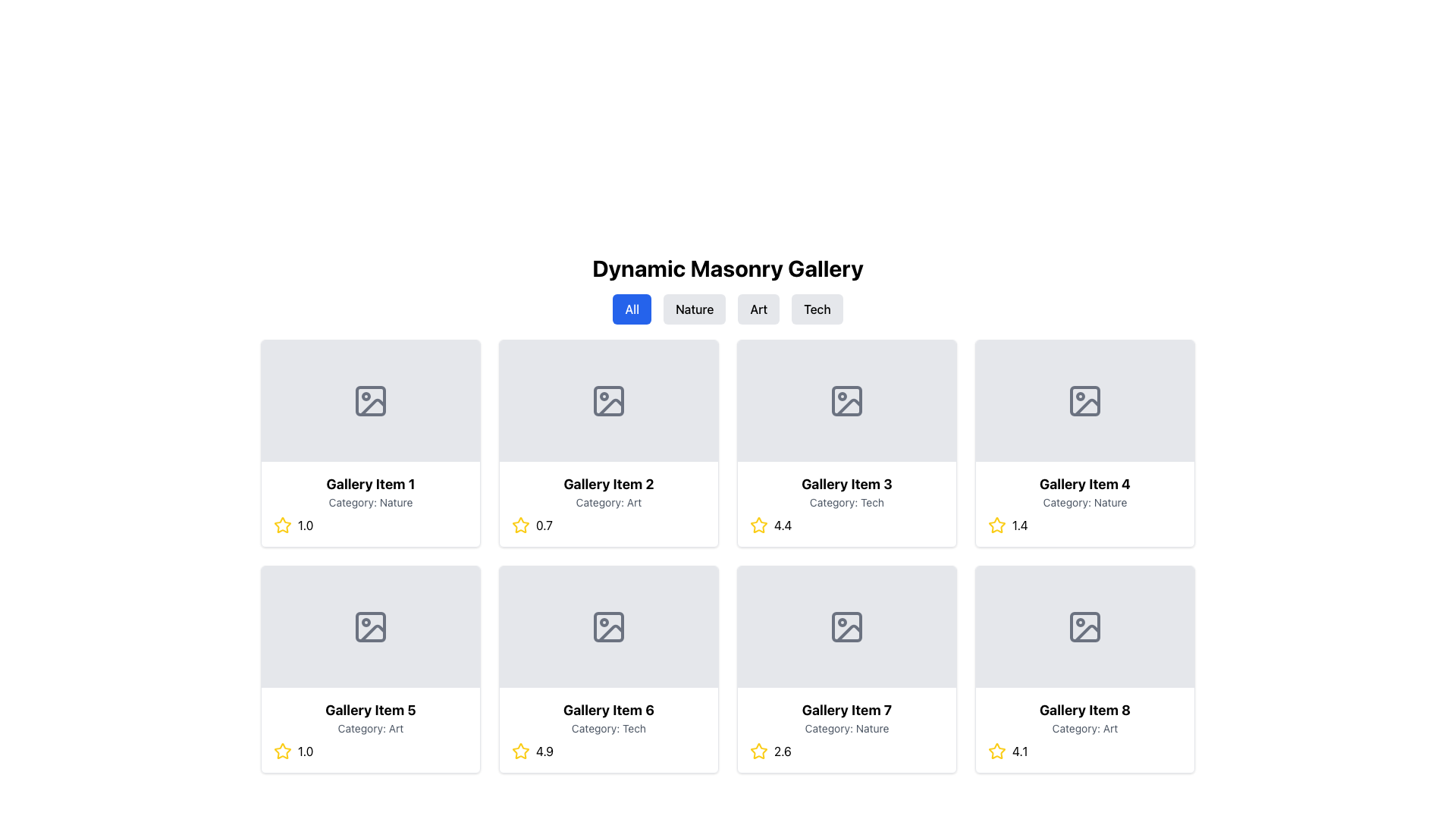  What do you see at coordinates (846, 626) in the screenshot?
I see `the placeholder image icon with a circular indicator at the top-left corner located in the bottom-left corner of the seventh gallery item` at bounding box center [846, 626].